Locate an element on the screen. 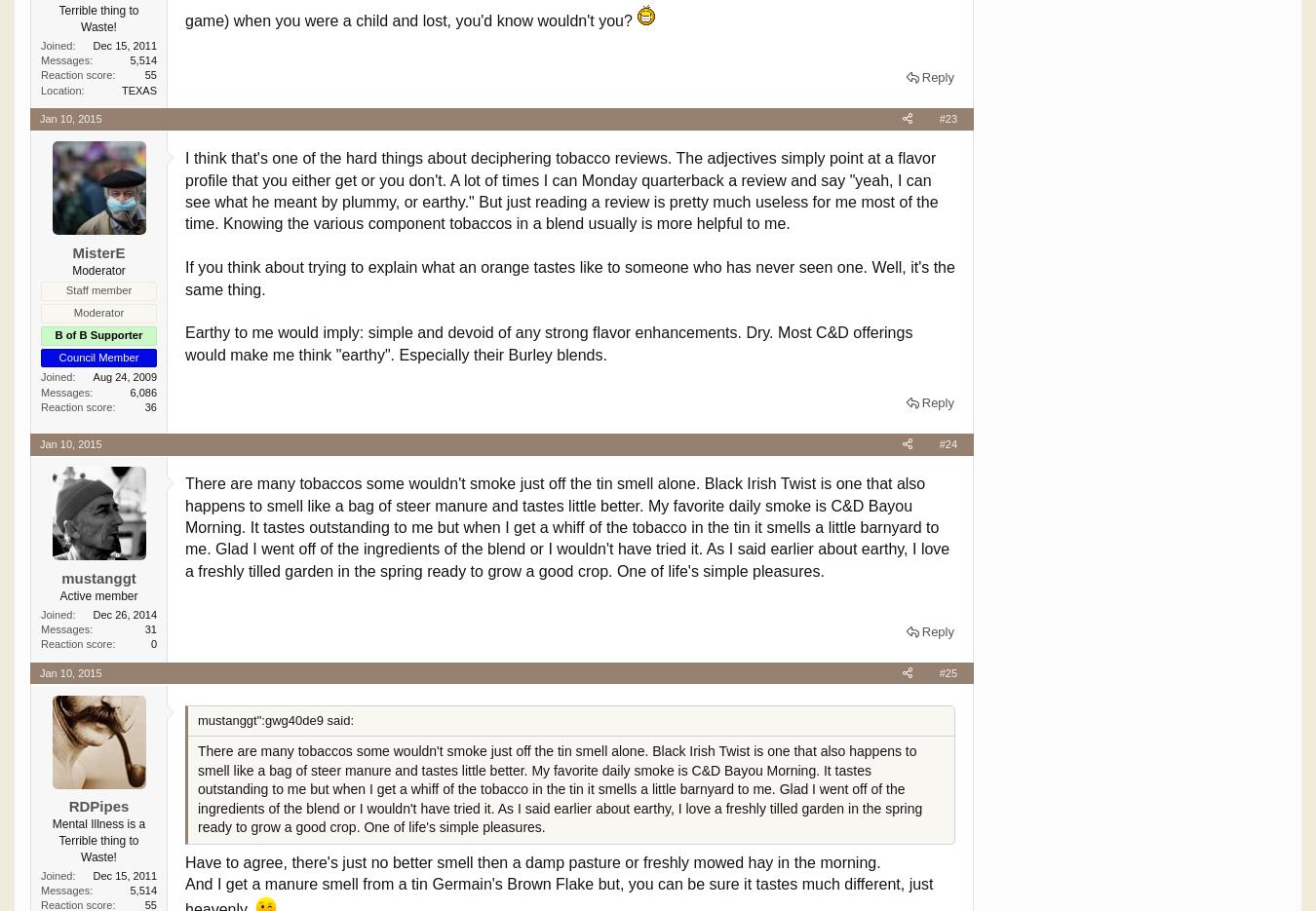 This screenshot has height=911, width=1316. 'Aug 24, 2009' is located at coordinates (124, 376).